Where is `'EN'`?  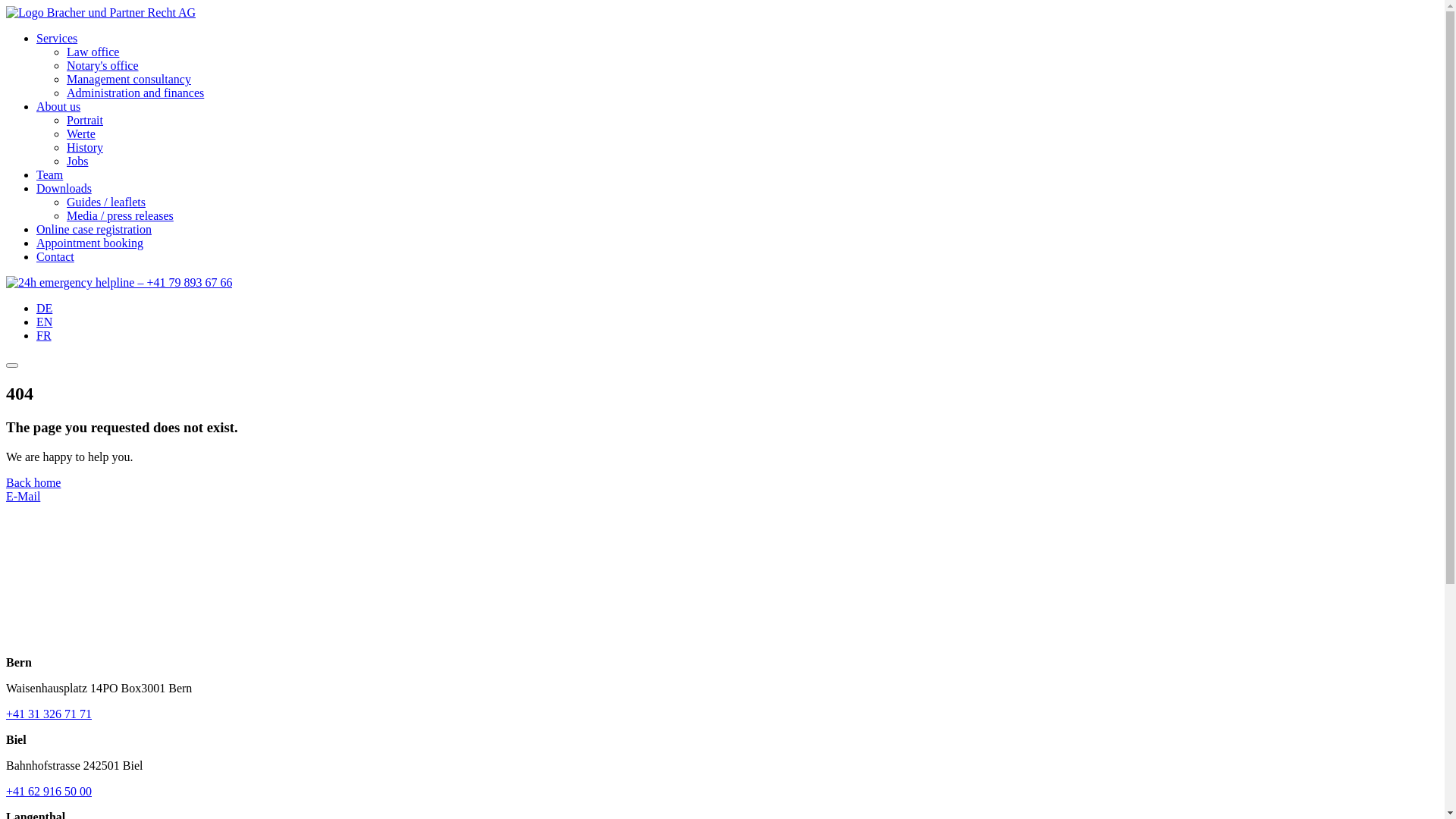
'EN' is located at coordinates (44, 321).